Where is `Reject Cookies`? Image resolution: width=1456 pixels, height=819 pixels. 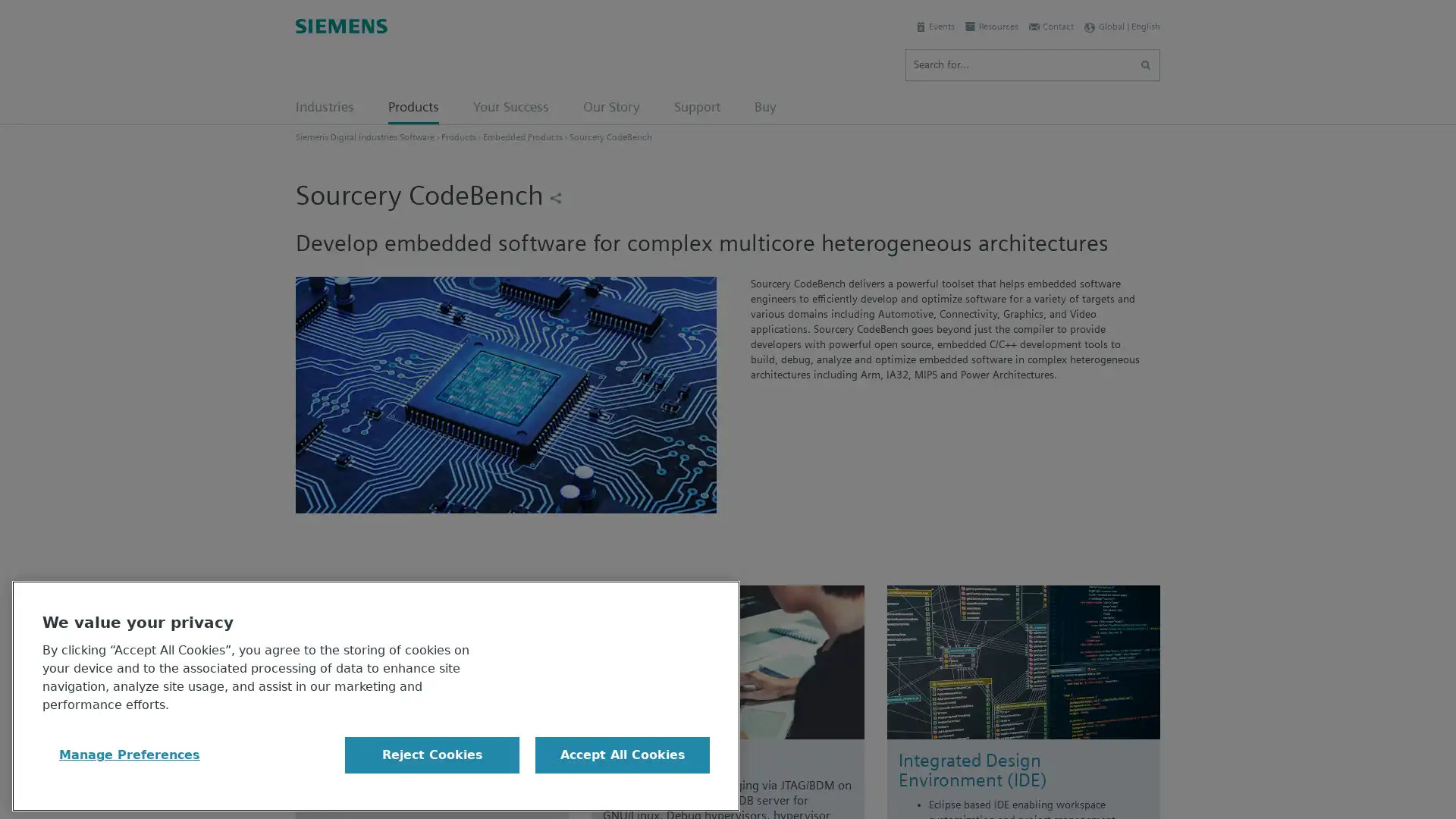
Reject Cookies is located at coordinates (431, 755).